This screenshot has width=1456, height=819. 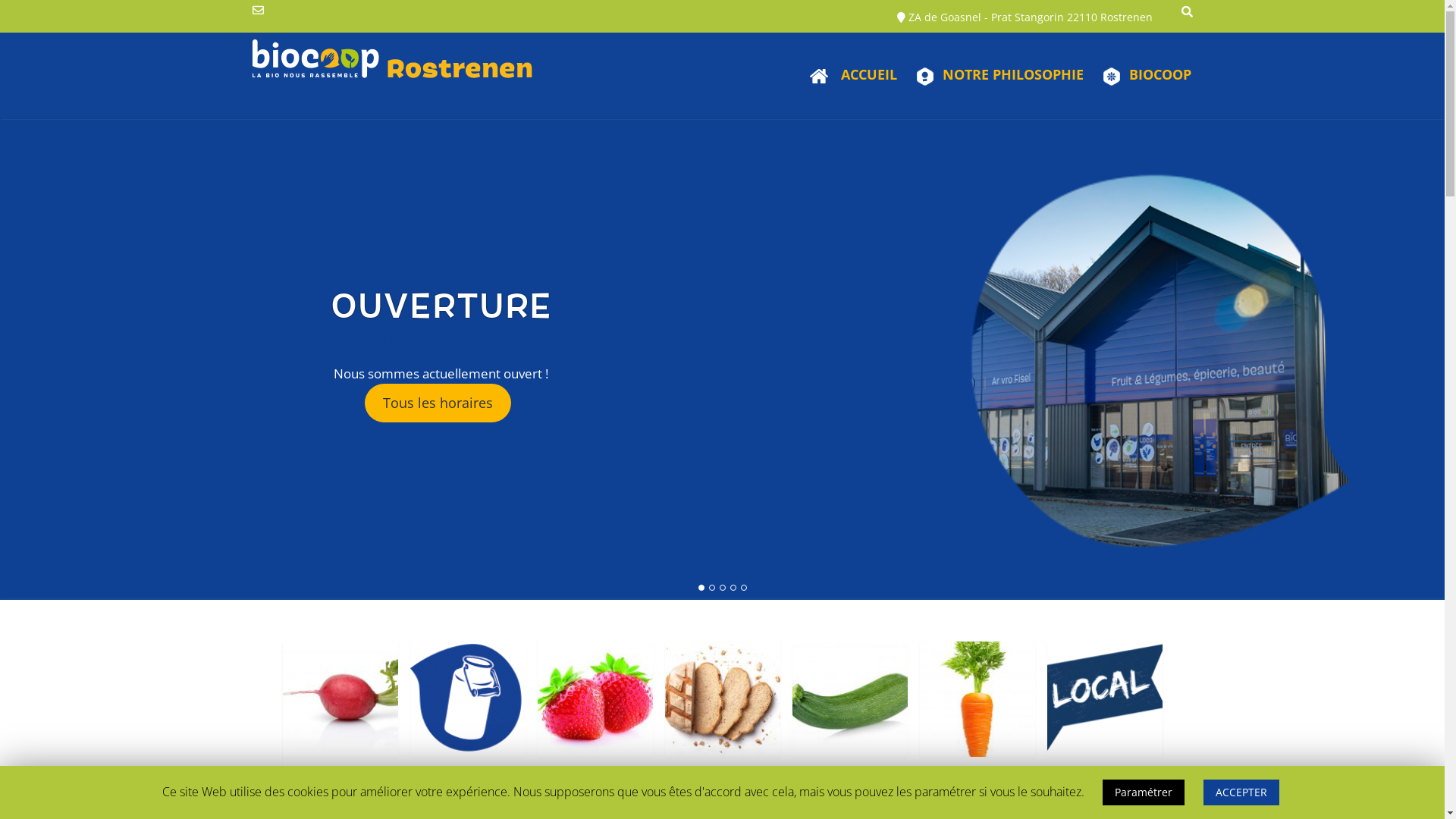 I want to click on 'ACCEPTER', so click(x=1241, y=792).